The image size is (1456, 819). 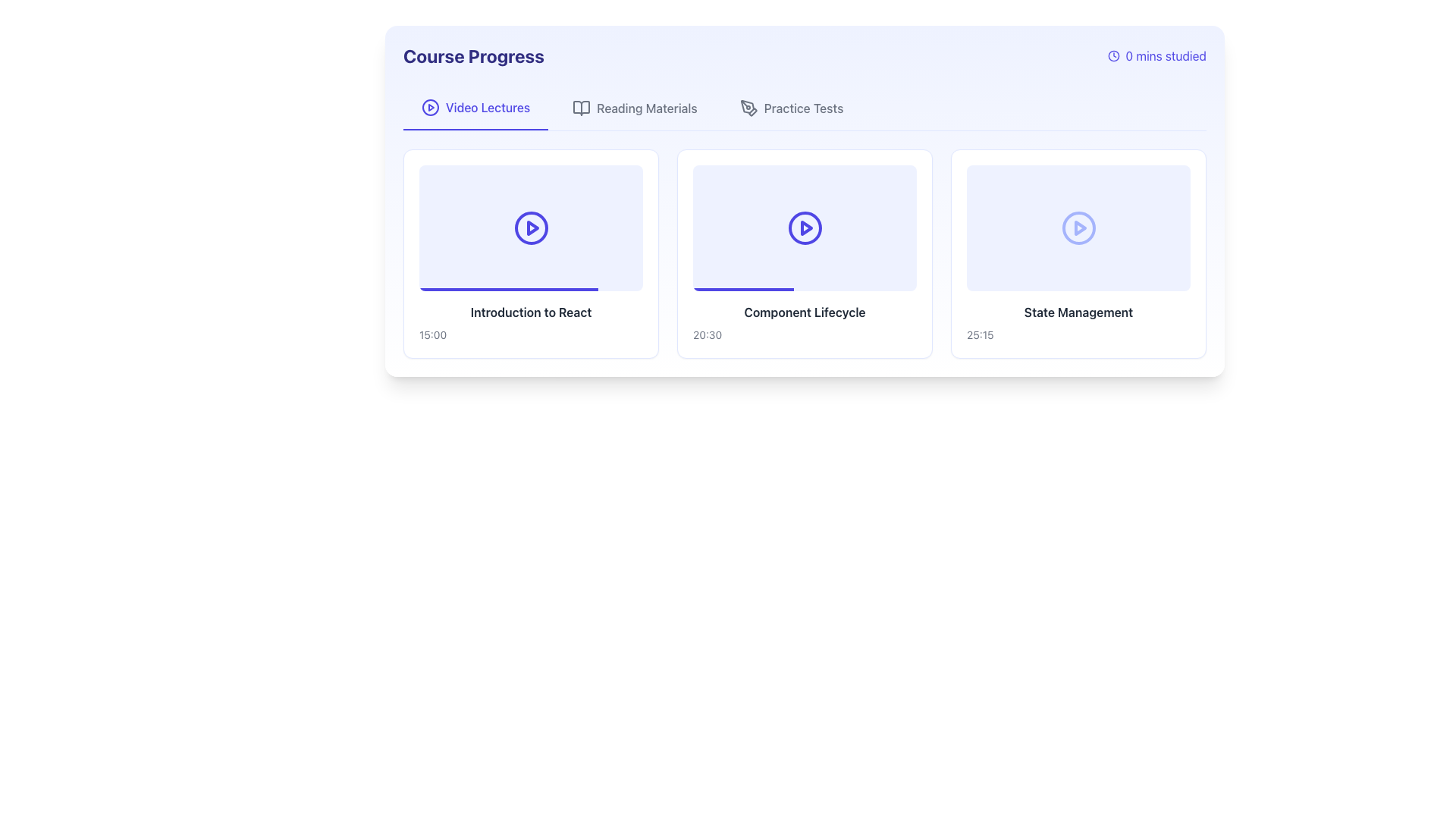 What do you see at coordinates (531, 227) in the screenshot?
I see `the circular play button icon with a hollow circle design and a triangular play arrow, located in the first card of three horizontally aligned cards` at bounding box center [531, 227].